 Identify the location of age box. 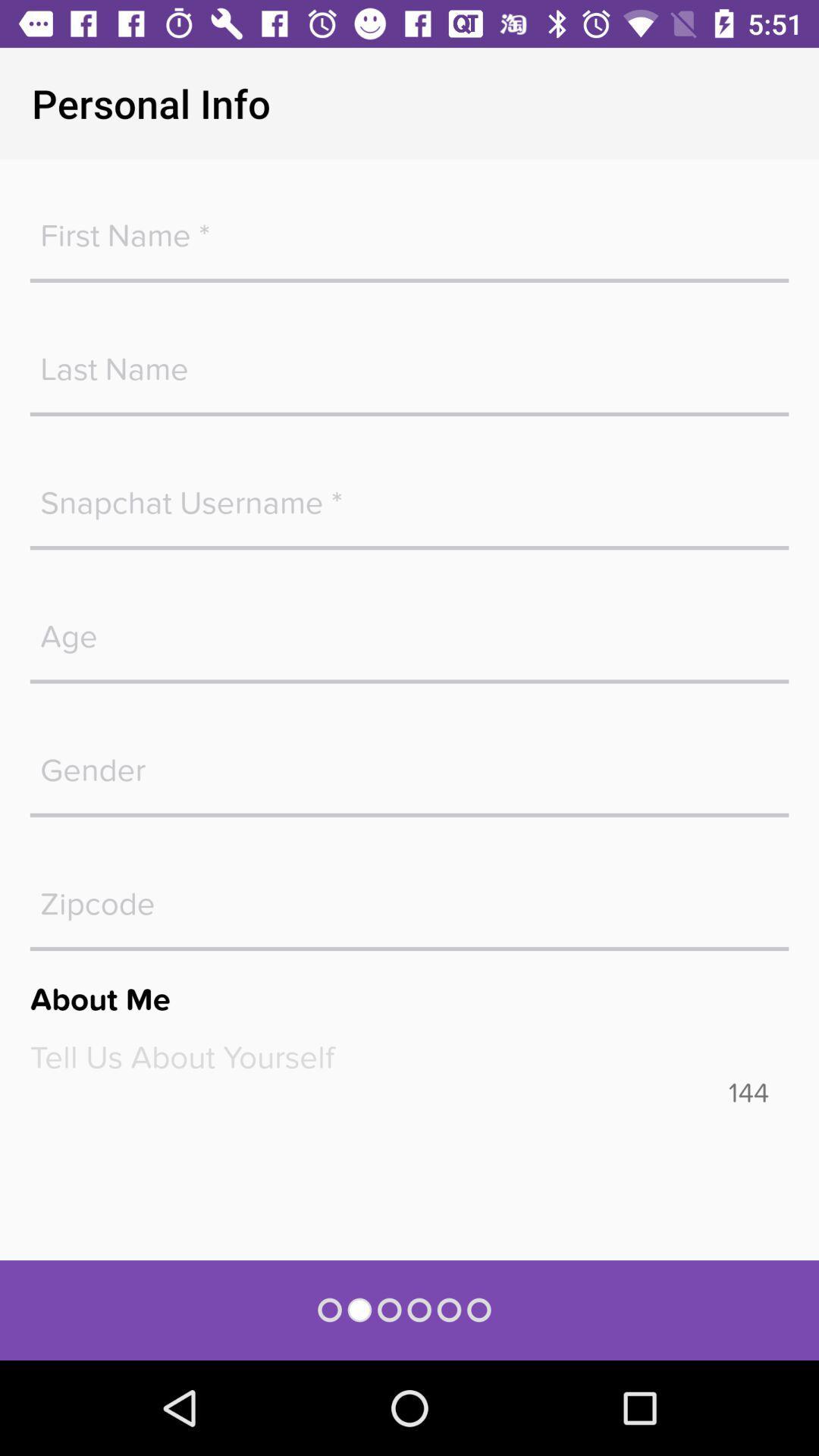
(409, 629).